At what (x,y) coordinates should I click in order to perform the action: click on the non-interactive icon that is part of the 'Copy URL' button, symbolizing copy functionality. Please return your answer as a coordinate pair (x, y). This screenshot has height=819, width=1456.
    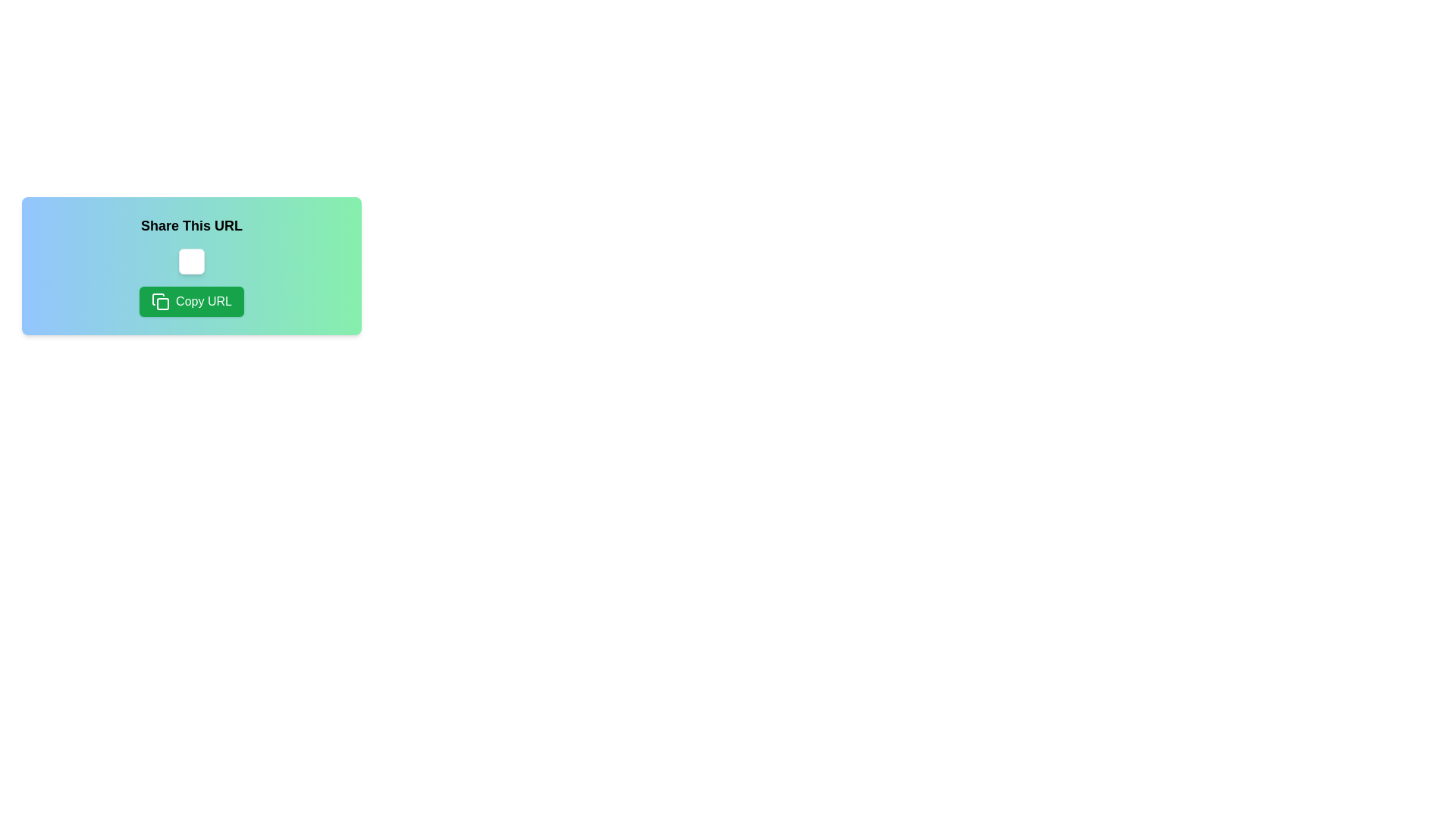
    Looking at the image, I should click on (163, 304).